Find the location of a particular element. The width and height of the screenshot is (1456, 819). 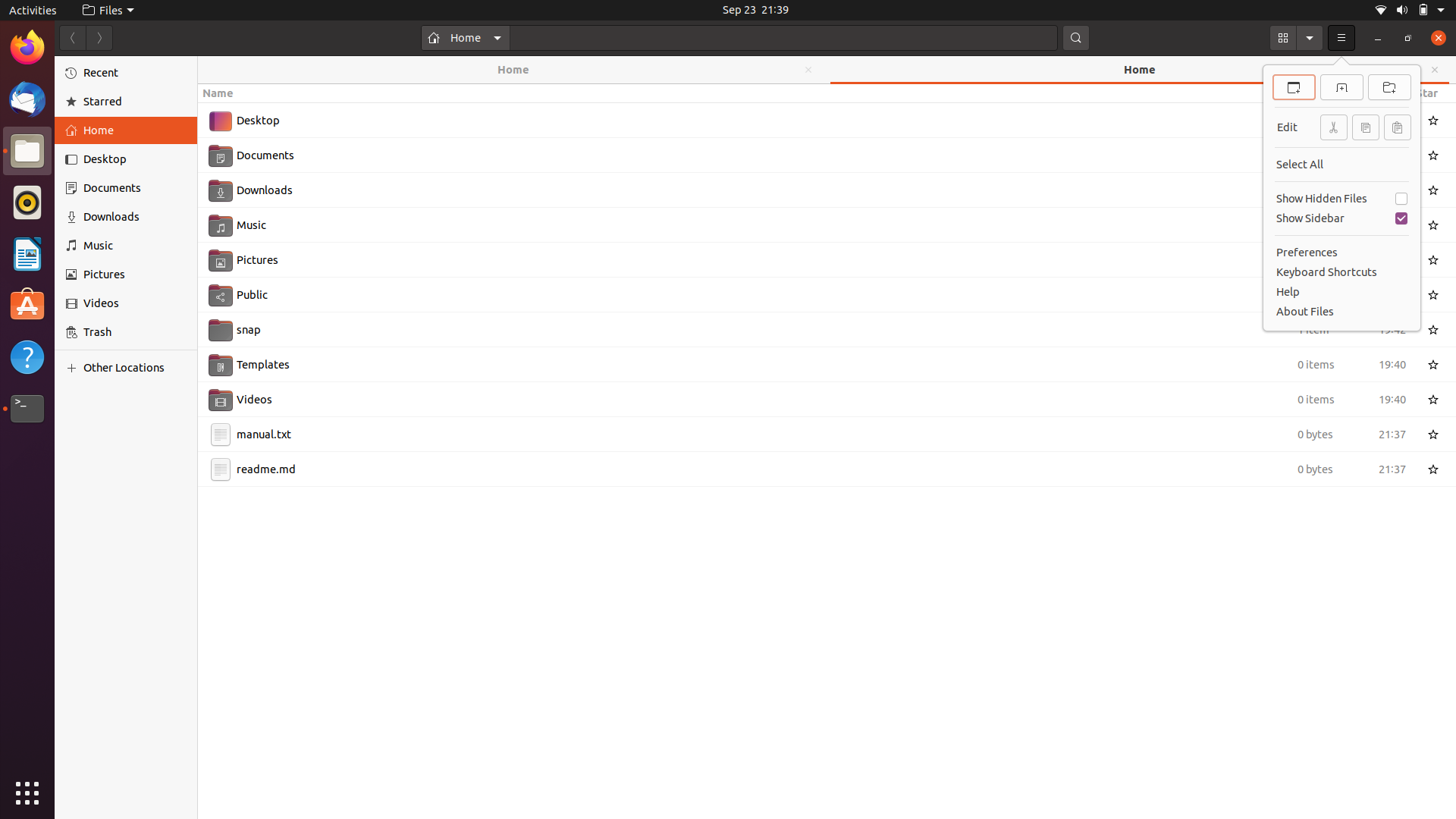

Use mouse and keyboard to terminate all open files is located at coordinates (27, 151).